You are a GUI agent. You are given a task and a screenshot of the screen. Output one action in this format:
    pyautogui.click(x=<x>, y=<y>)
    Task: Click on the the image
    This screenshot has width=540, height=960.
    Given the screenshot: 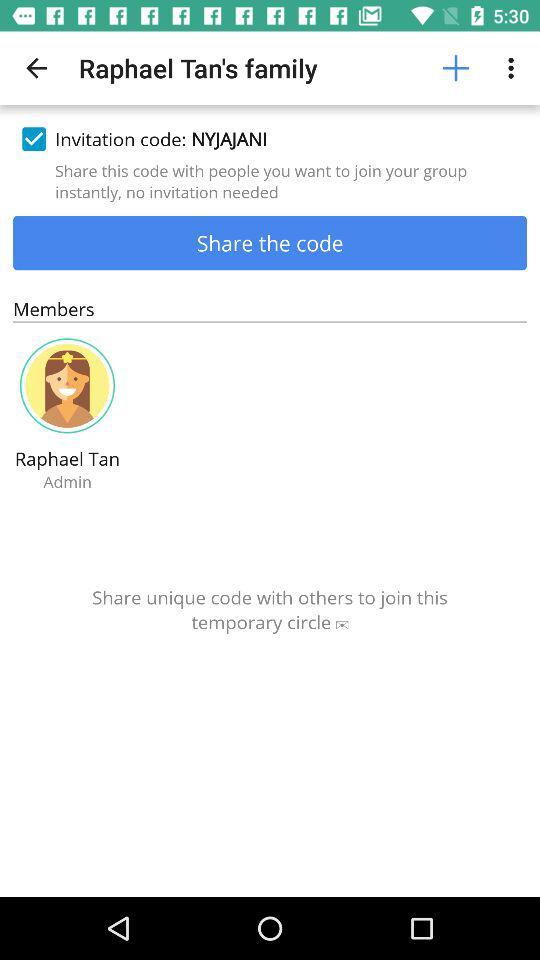 What is the action you would take?
    pyautogui.click(x=67, y=385)
    